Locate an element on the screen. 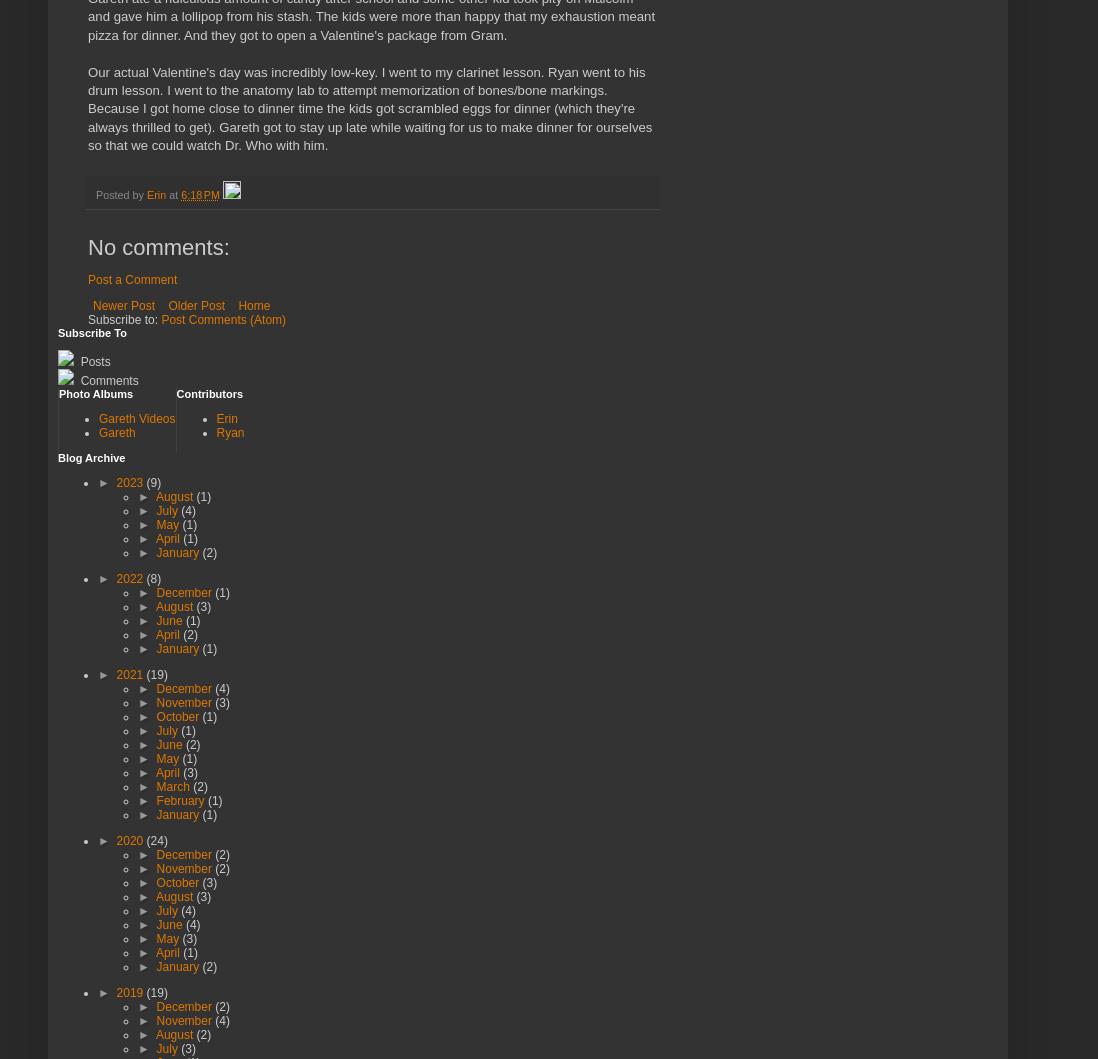  'Comments' is located at coordinates (75, 380).